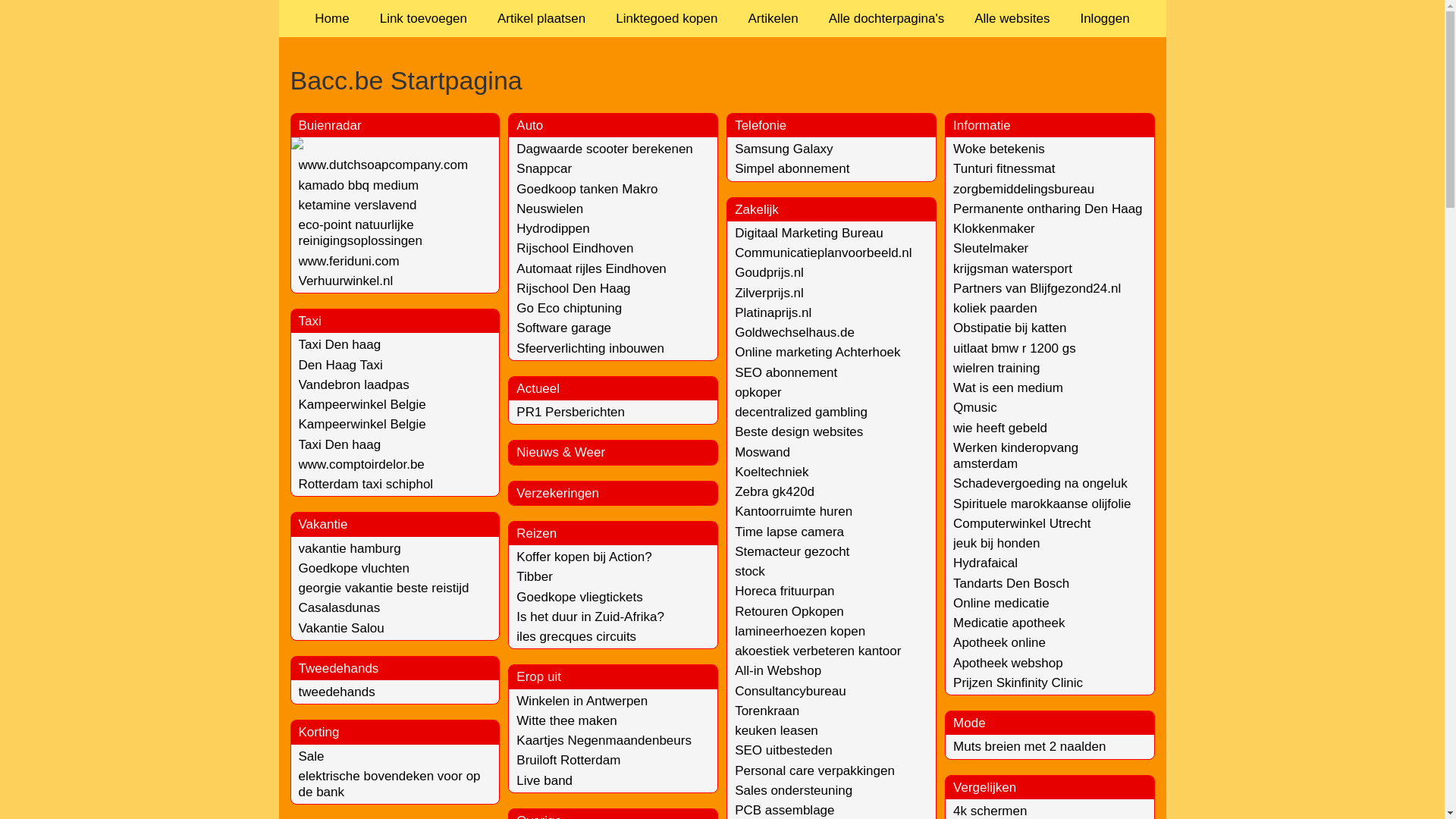  What do you see at coordinates (563, 327) in the screenshot?
I see `'Software garage'` at bounding box center [563, 327].